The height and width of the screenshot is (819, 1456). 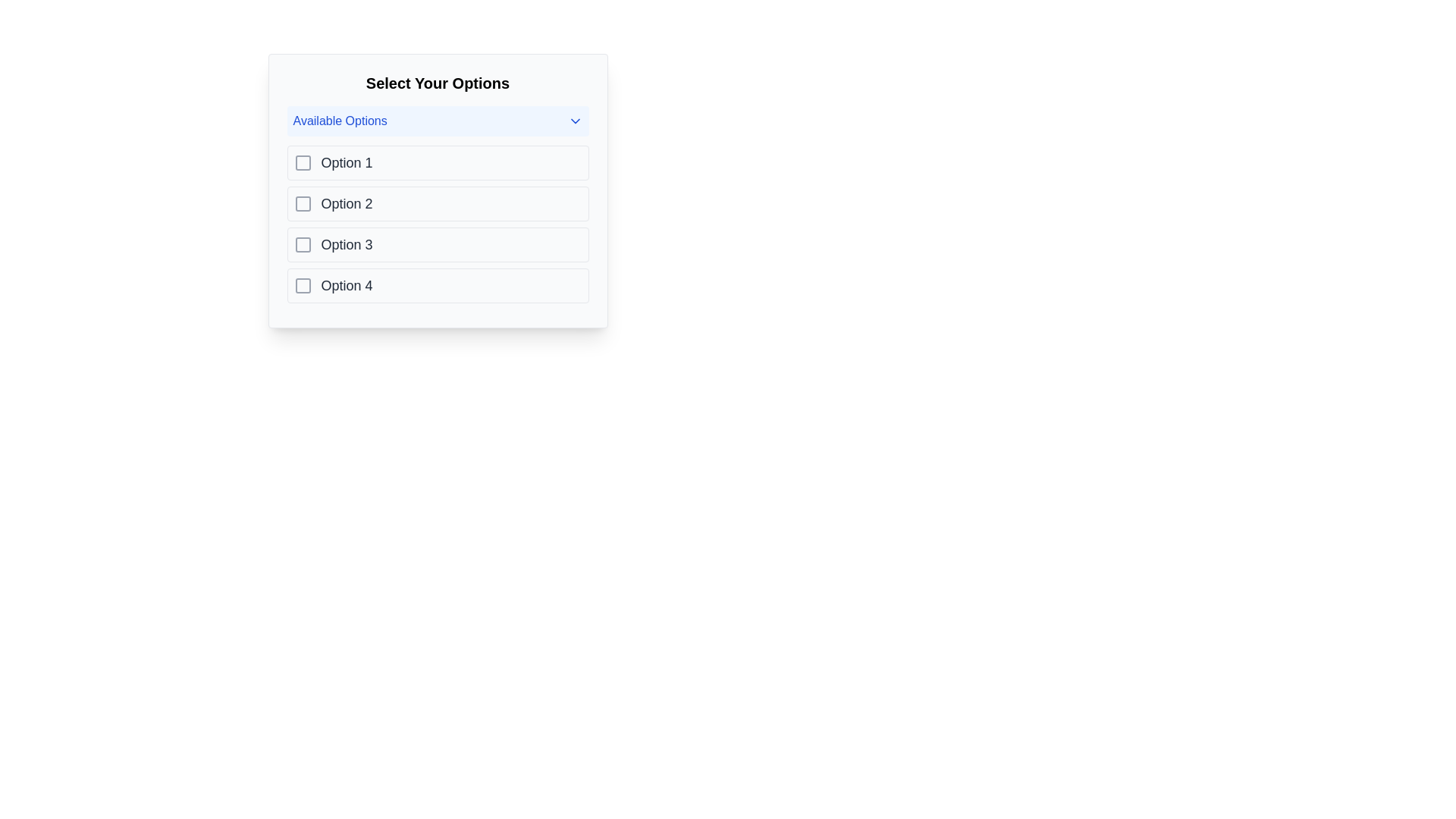 What do you see at coordinates (346, 286) in the screenshot?
I see `the text label 'Option 4' styled in a large gray font, which is part of a clickable list item in the fourth position of the vertical list within the 'Select Your Options' panel` at bounding box center [346, 286].